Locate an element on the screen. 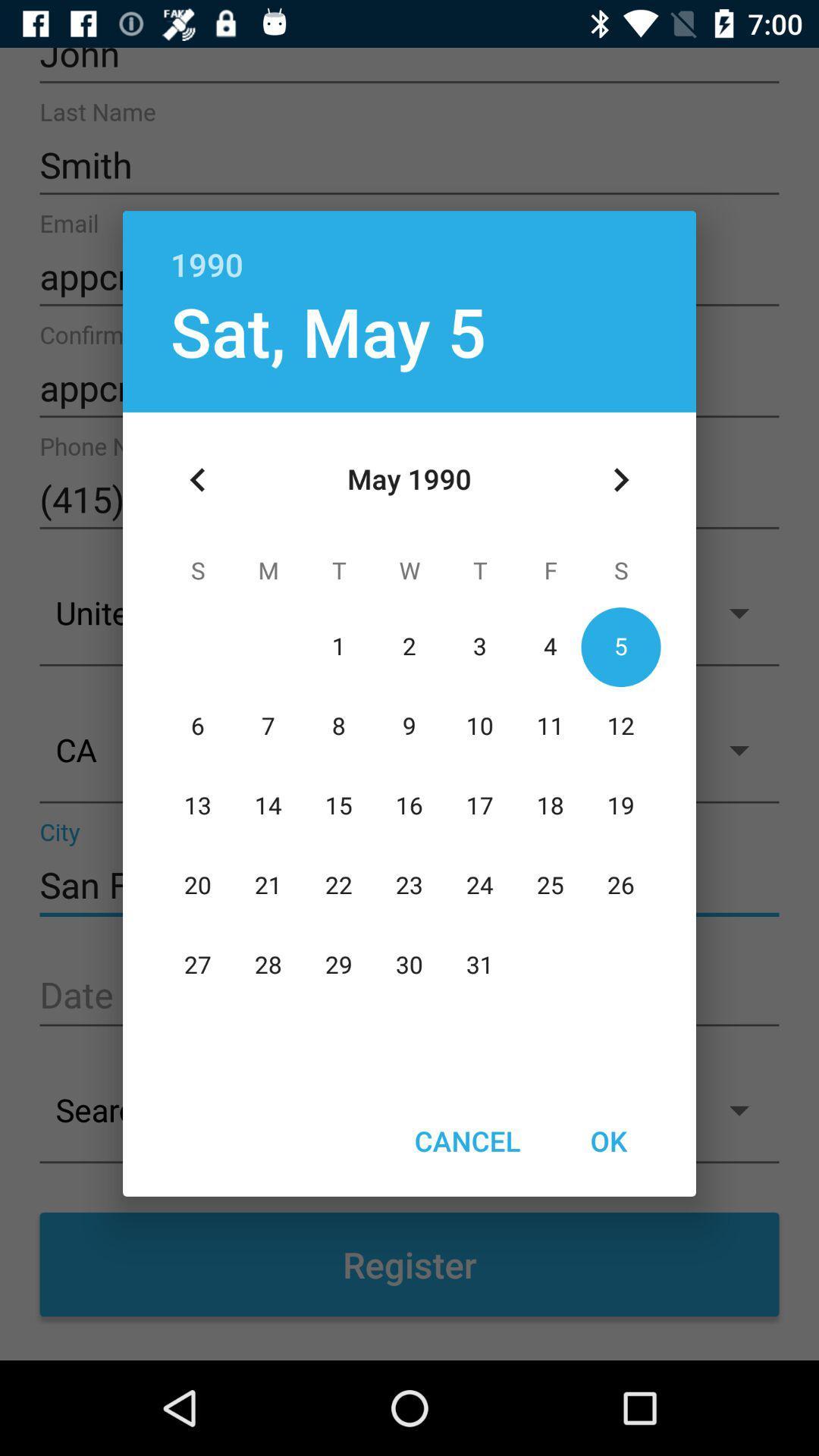 The width and height of the screenshot is (819, 1456). icon at the top left corner is located at coordinates (197, 479).